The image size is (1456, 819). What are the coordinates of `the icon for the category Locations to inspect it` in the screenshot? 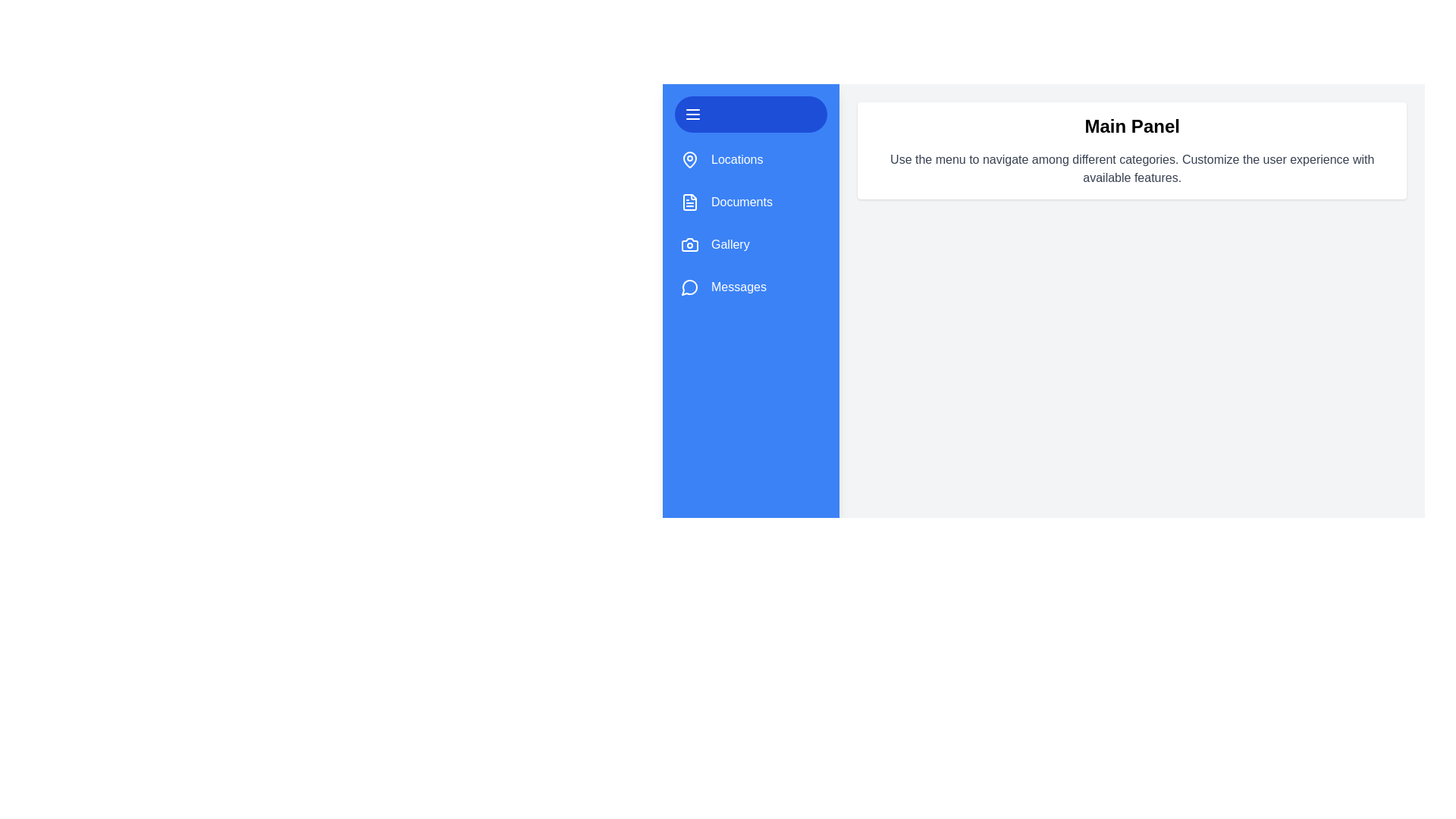 It's located at (689, 160).